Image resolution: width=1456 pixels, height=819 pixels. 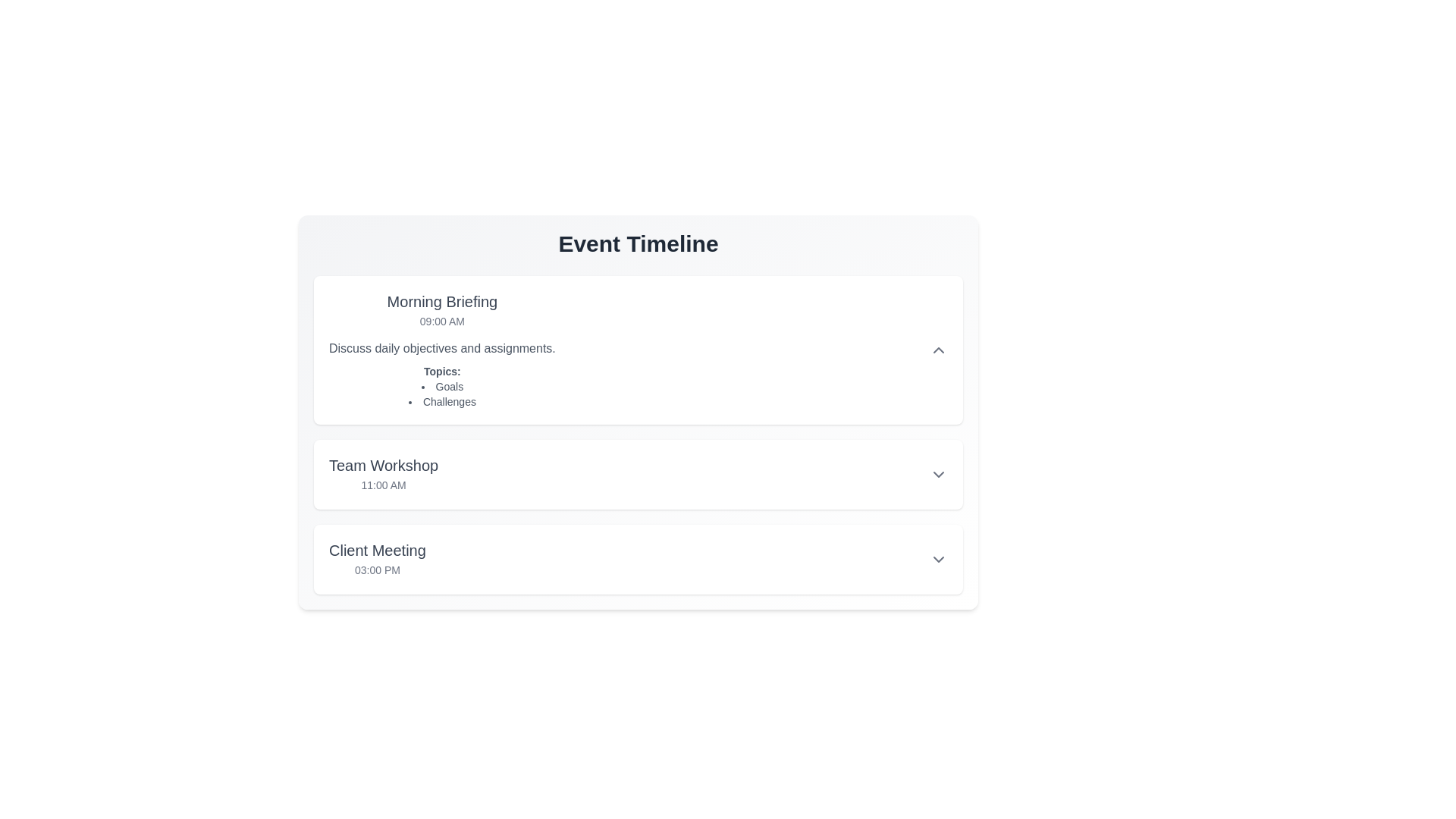 I want to click on text from the unordered list containing 'Goals' and 'Challenges' styled in gray text, located beneath the heading 'Topics:' in the 'Morning Briefing' card, so click(x=441, y=394).